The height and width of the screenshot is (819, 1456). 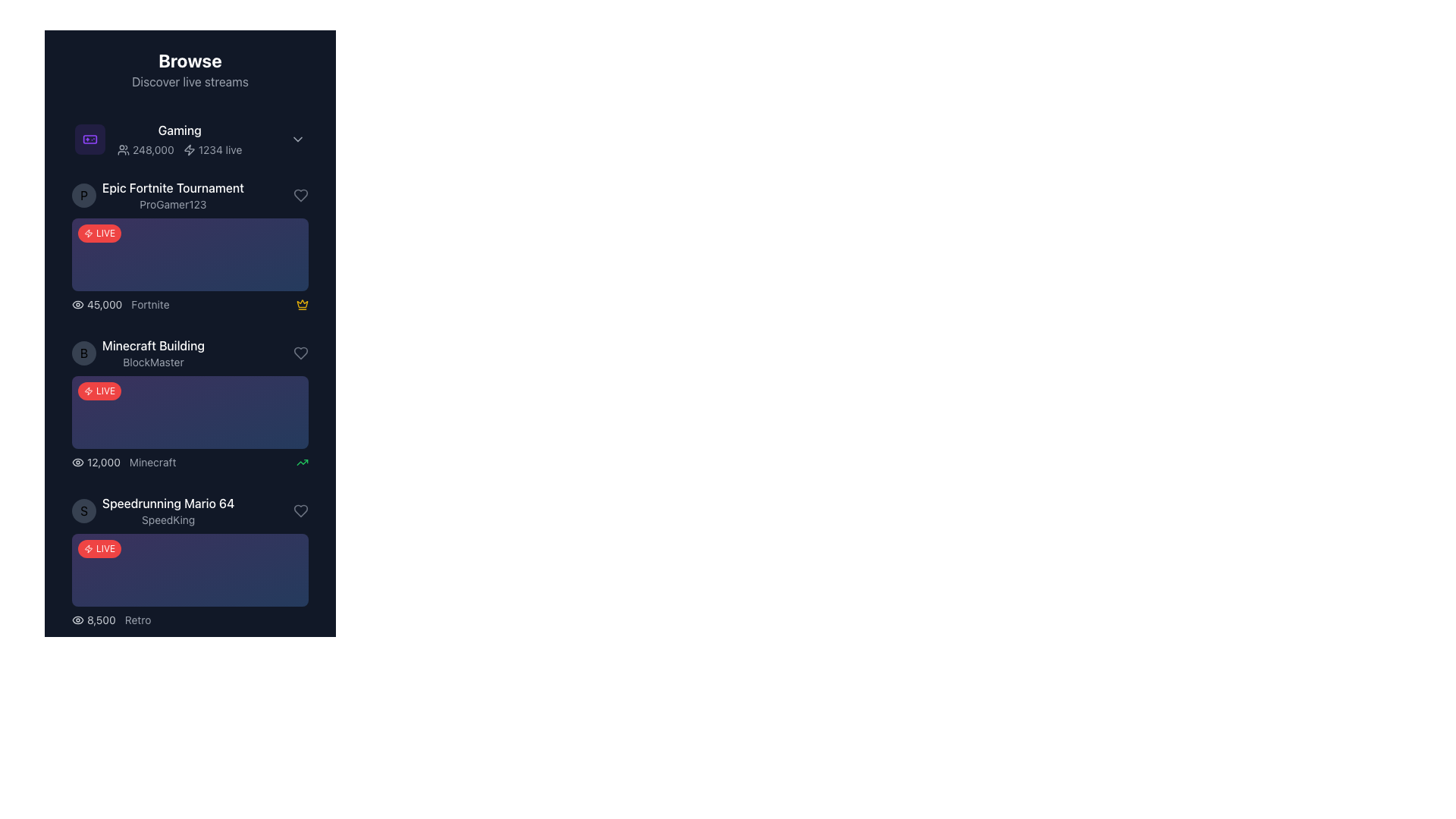 What do you see at coordinates (77, 461) in the screenshot?
I see `the small eye icon adjacent to the text '12,000' representing viewer count in the 'Minecraft Building' section` at bounding box center [77, 461].